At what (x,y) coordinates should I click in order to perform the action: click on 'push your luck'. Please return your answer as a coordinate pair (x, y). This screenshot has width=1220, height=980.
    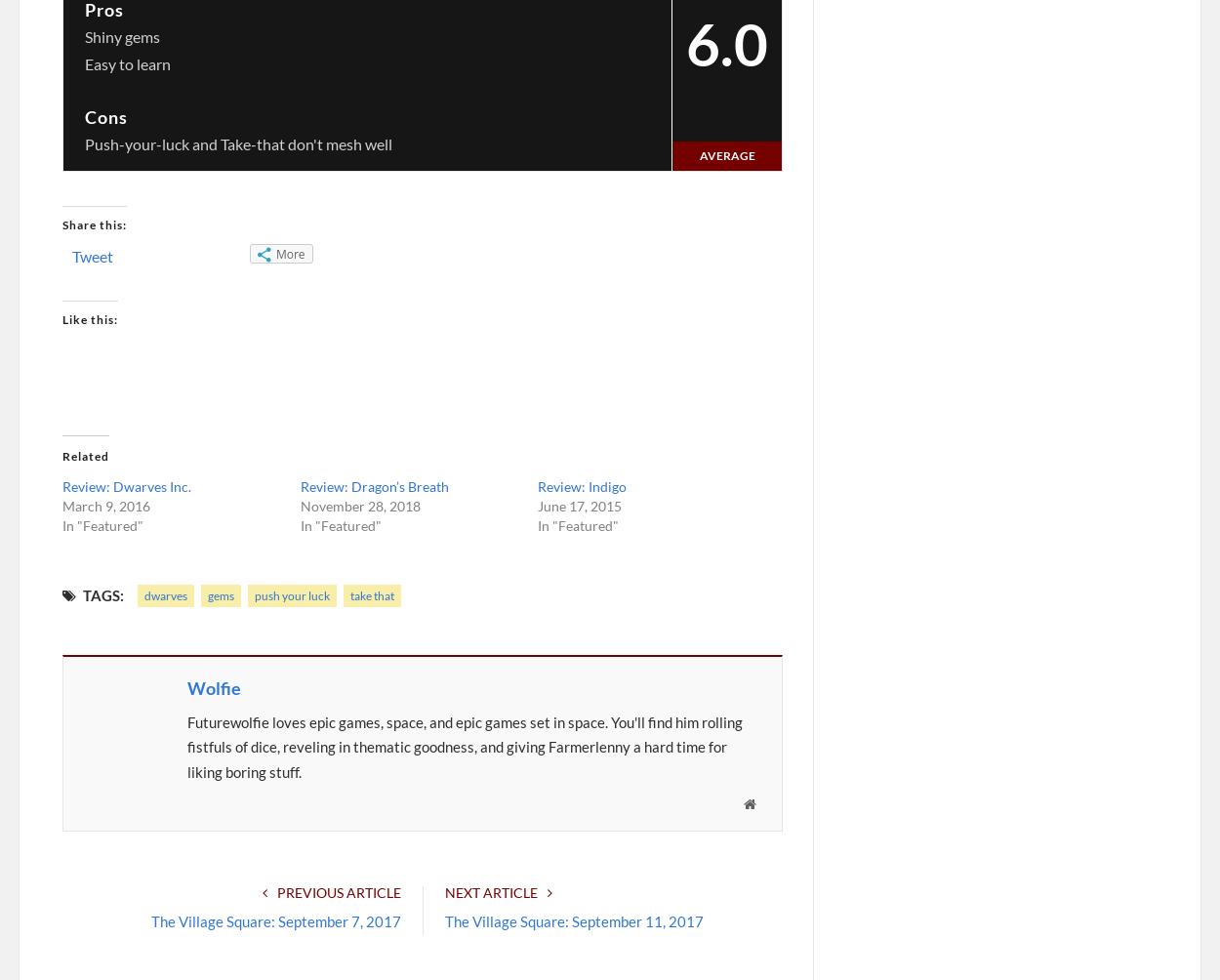
    Looking at the image, I should click on (292, 594).